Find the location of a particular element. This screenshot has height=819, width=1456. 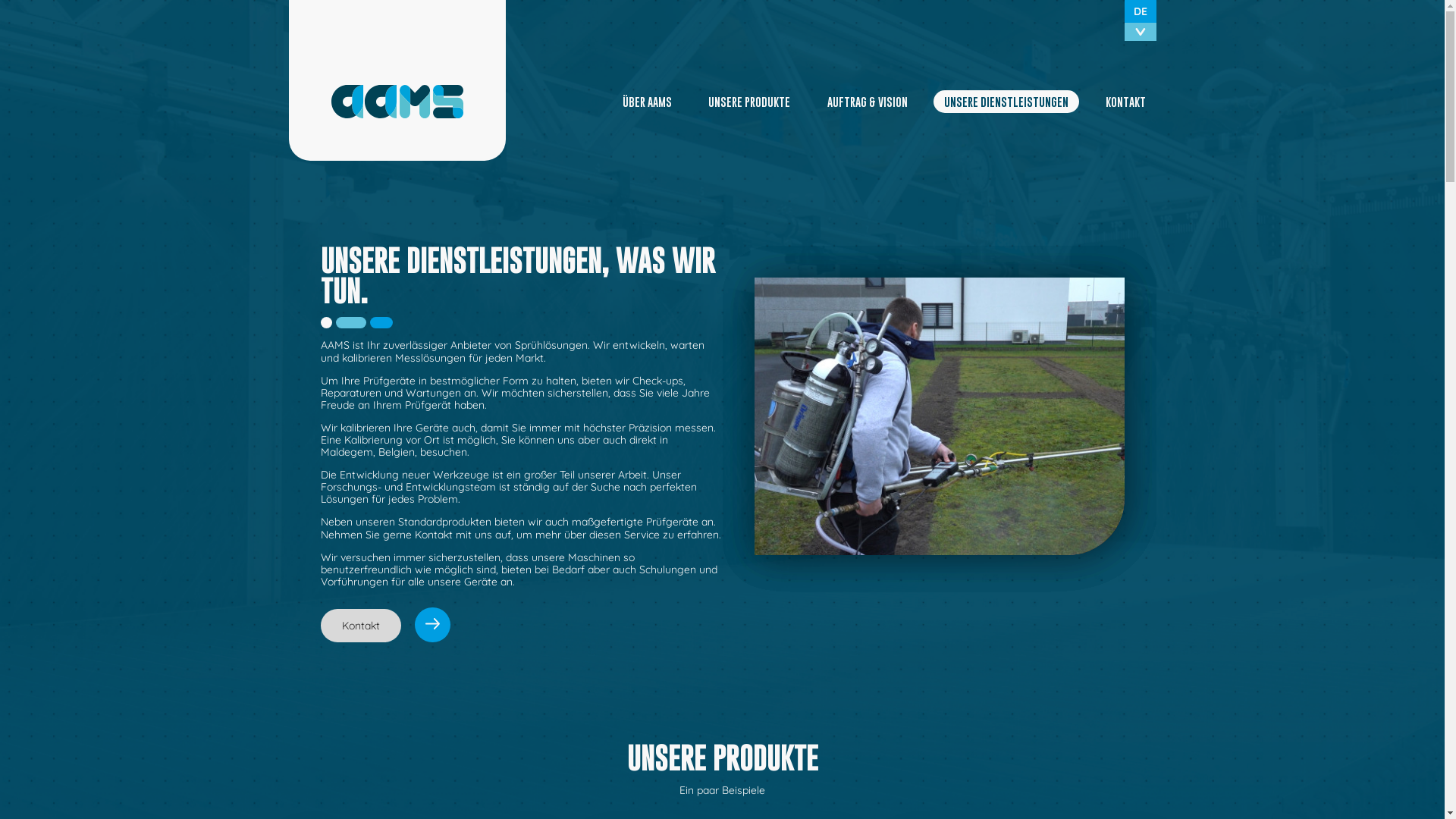

'Kontakt' is located at coordinates (384, 626).